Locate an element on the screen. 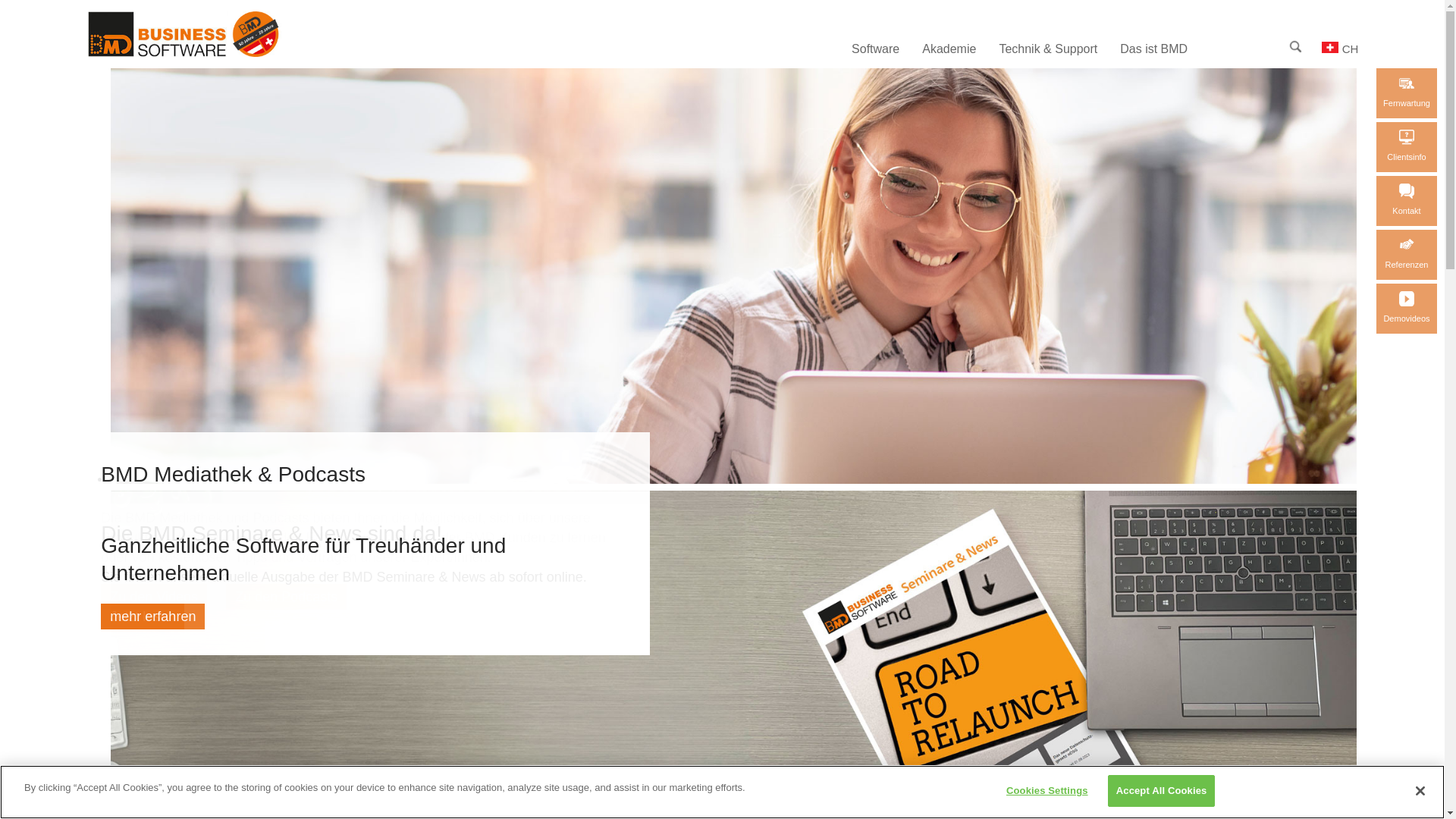 The image size is (1456, 819). 'BMD Schweiz AG' is located at coordinates (86, 34).